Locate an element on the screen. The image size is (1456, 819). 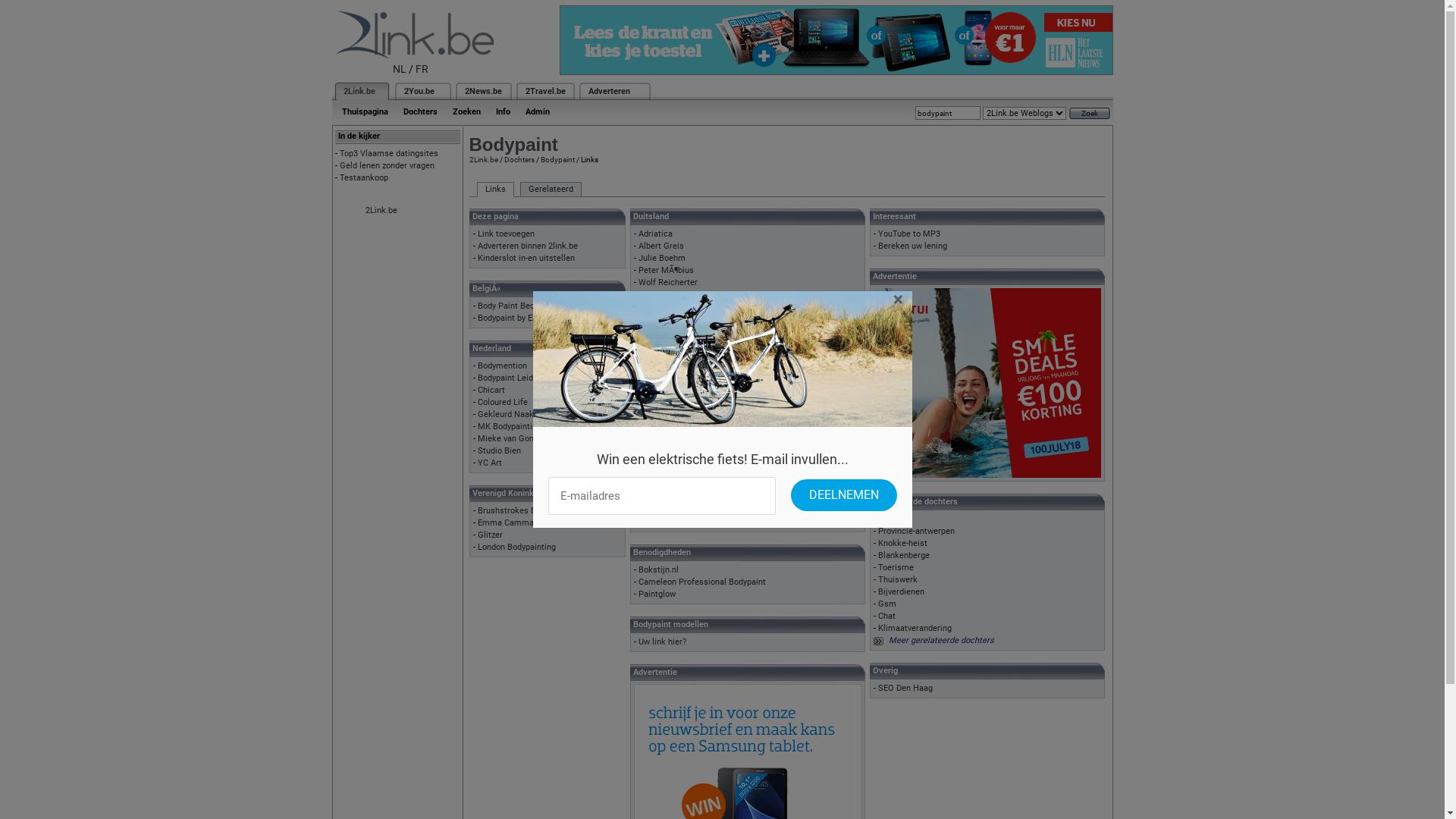
'Top3 Vlaamse datingsites' is located at coordinates (389, 153).